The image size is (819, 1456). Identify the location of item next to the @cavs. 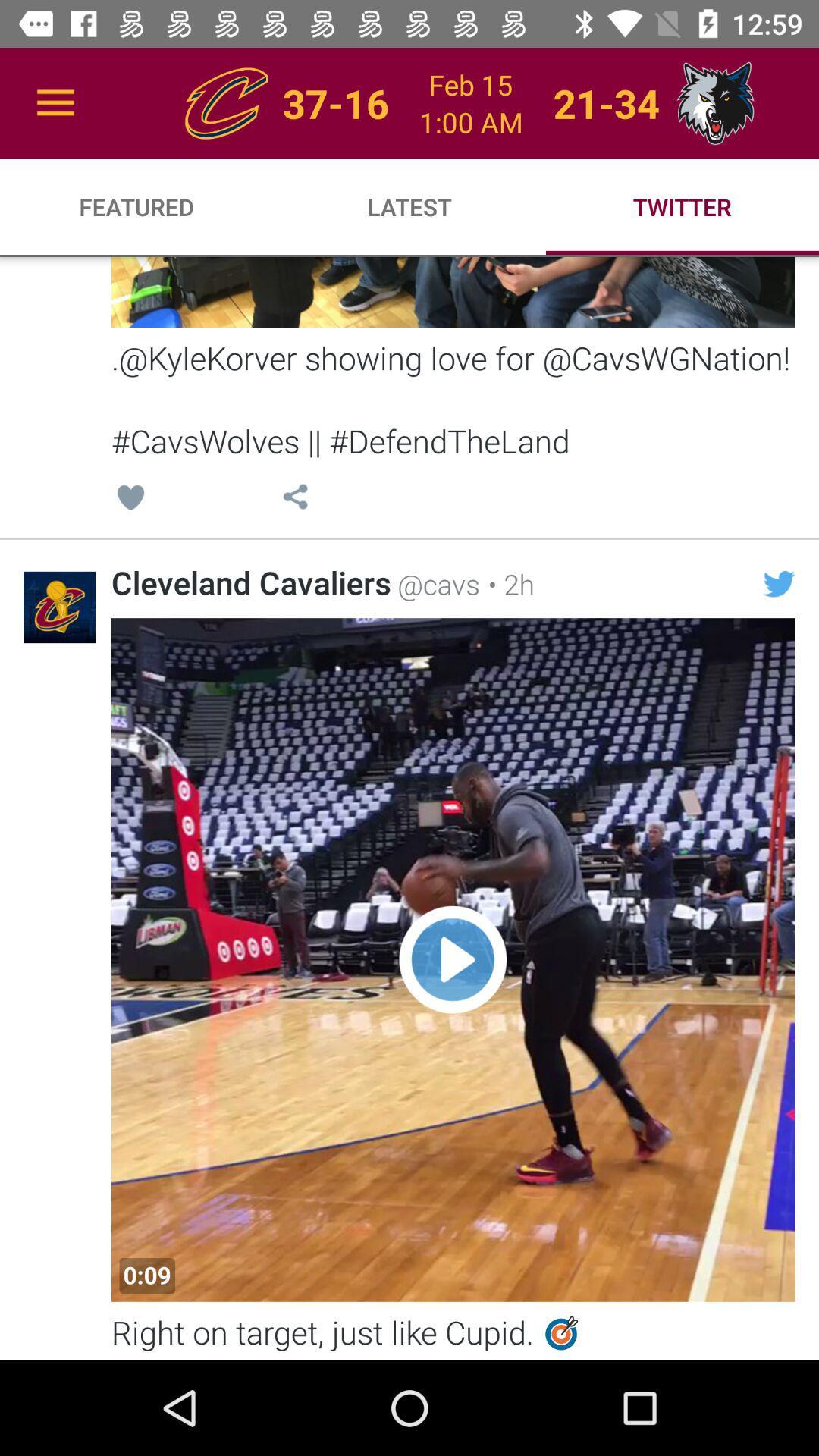
(250, 582).